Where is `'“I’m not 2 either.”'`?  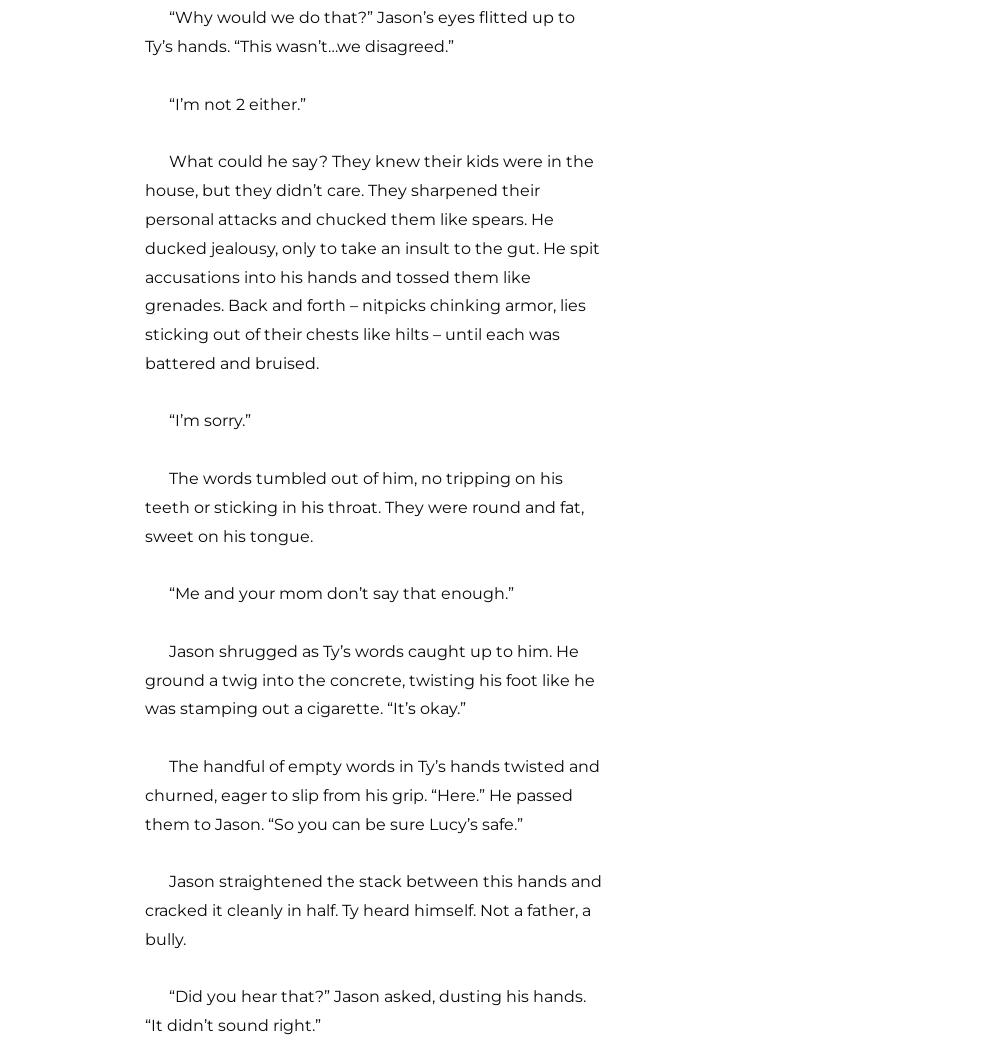
'“I’m not 2 either.”' is located at coordinates (224, 102).